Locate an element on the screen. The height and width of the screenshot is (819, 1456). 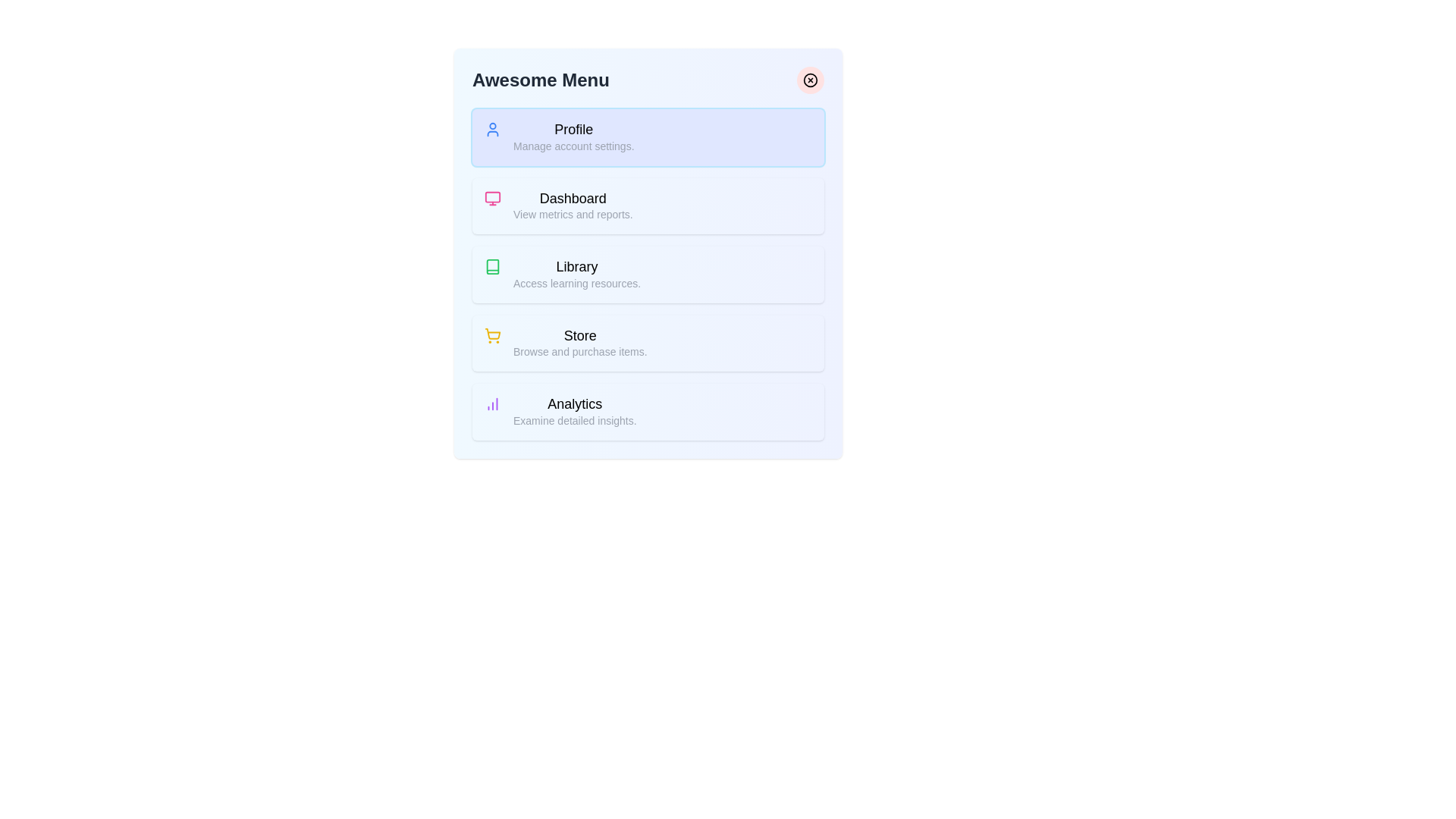
the menu item labeled Analytics to read its description is located at coordinates (567, 409).